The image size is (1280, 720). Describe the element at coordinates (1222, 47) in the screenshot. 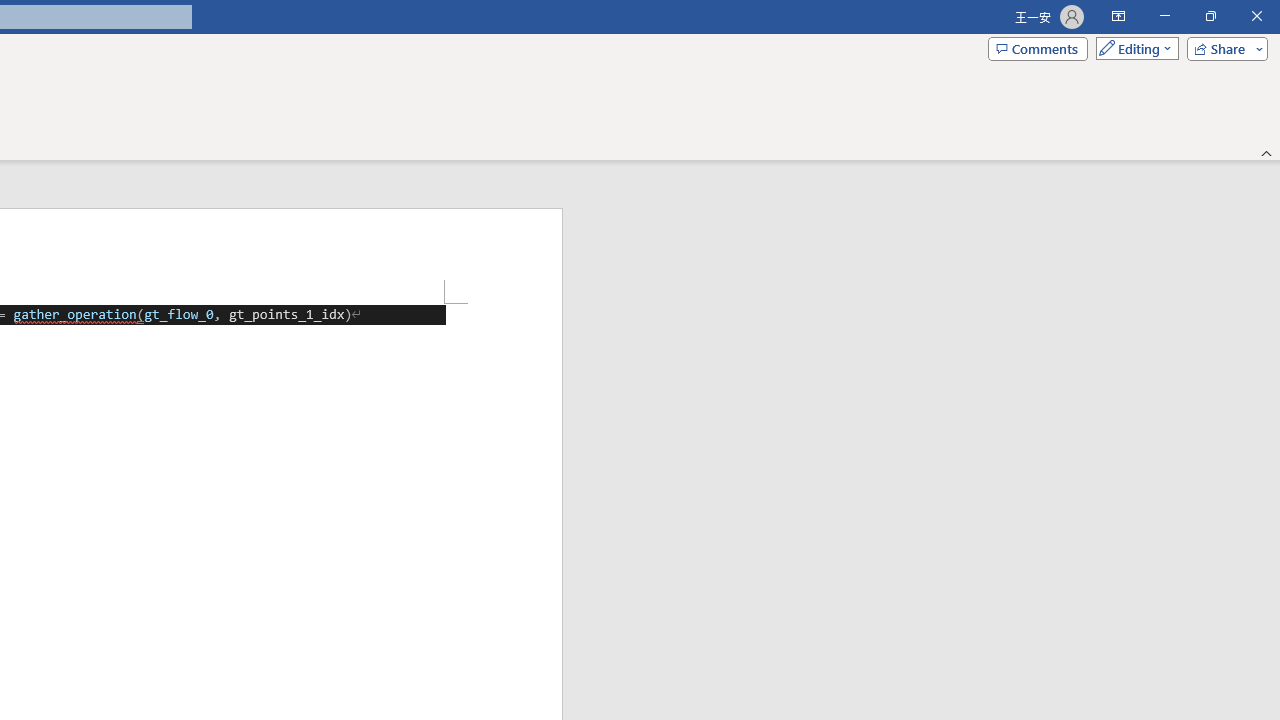

I see `'Share'` at that location.